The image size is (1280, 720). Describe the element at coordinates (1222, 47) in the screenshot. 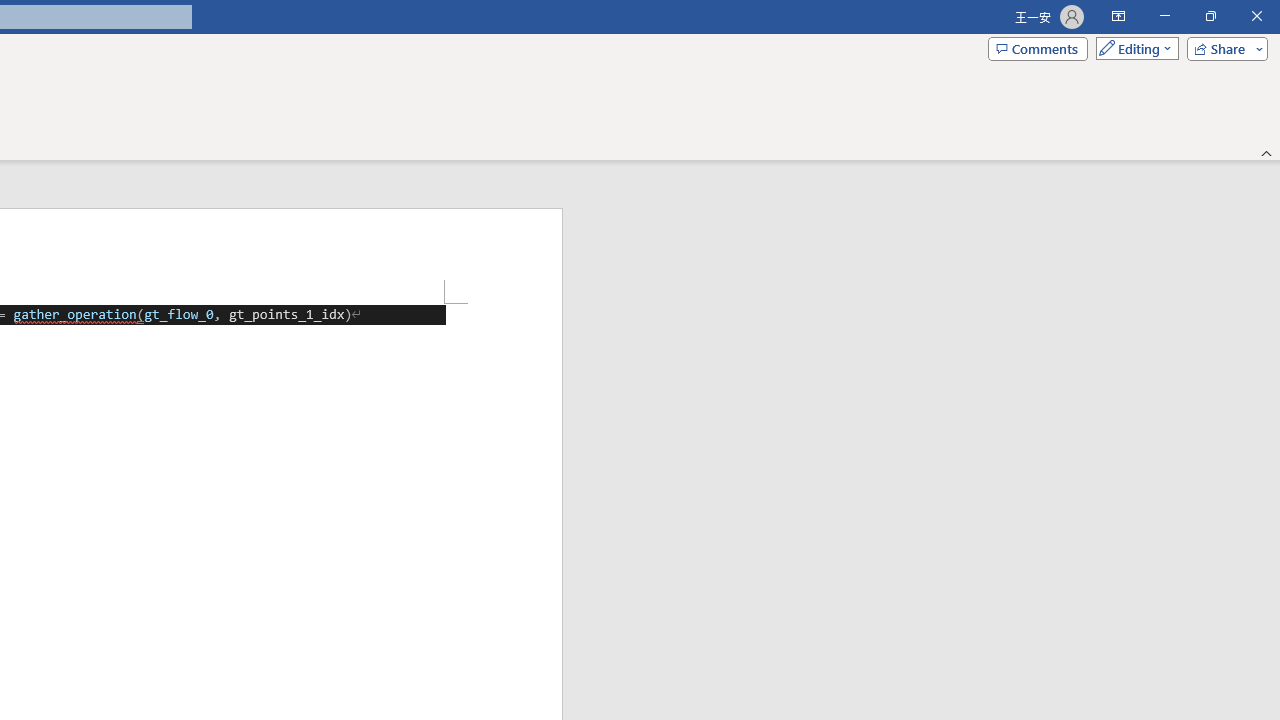

I see `'Share'` at that location.